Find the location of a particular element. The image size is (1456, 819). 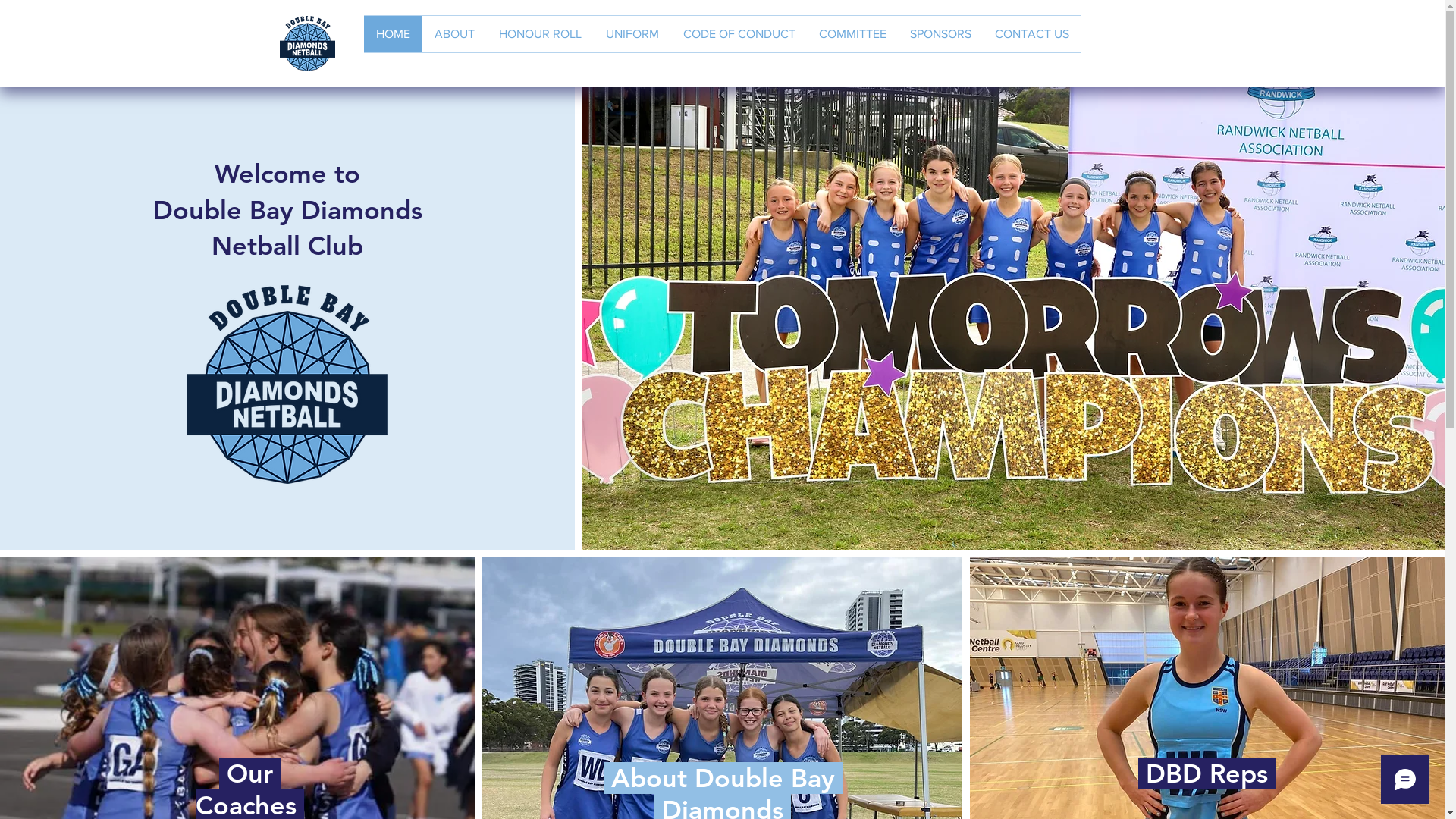

'HOME' is located at coordinates (393, 34).